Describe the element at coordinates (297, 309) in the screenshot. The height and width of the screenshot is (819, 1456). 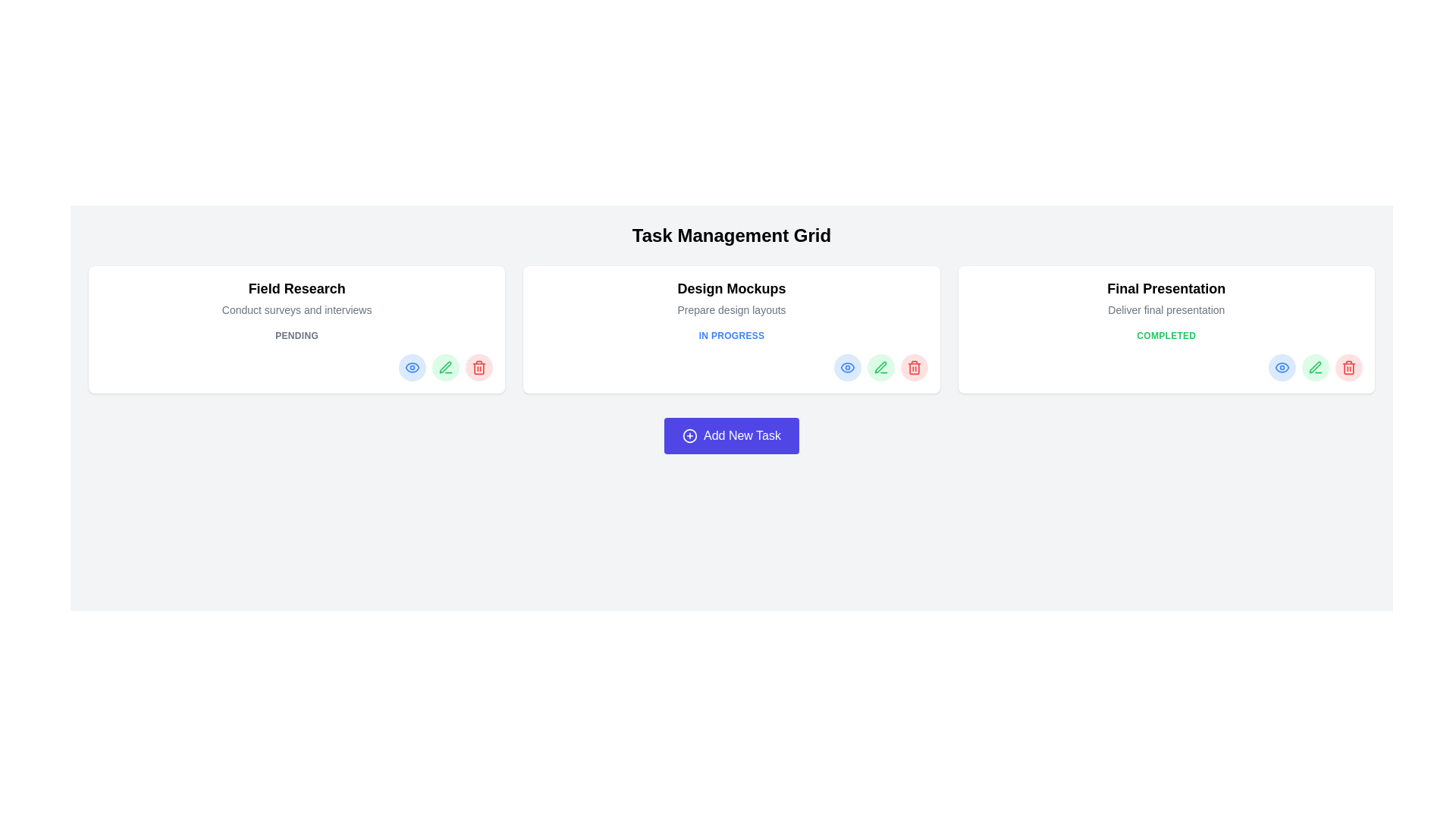
I see `the text label displaying 'Conduct surveys and interviews.' which is styled in a smaller gray font and positioned below the 'Field Research' title` at that location.